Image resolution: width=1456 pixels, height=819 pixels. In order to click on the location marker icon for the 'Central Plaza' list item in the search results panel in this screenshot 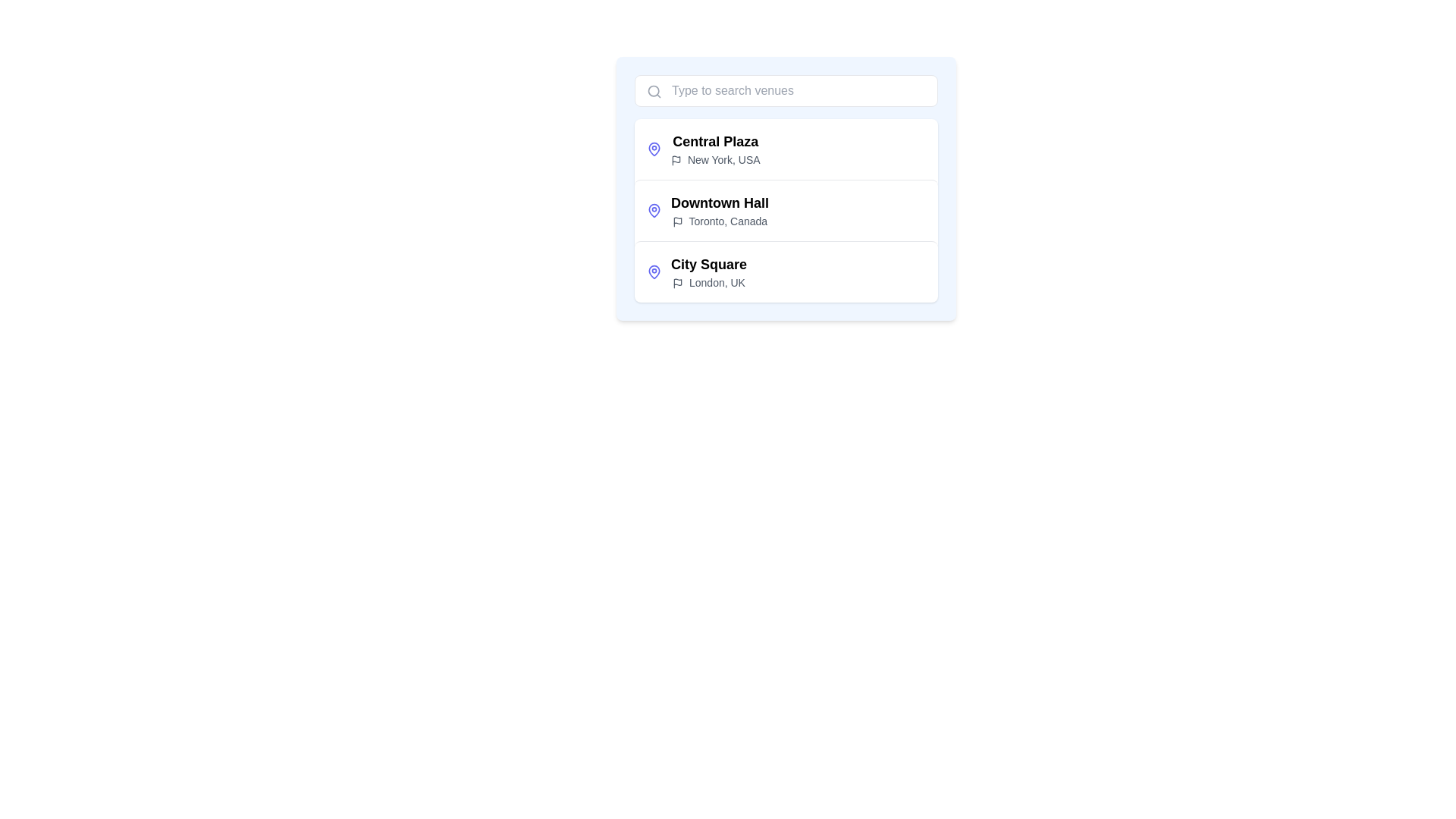, I will do `click(654, 149)`.